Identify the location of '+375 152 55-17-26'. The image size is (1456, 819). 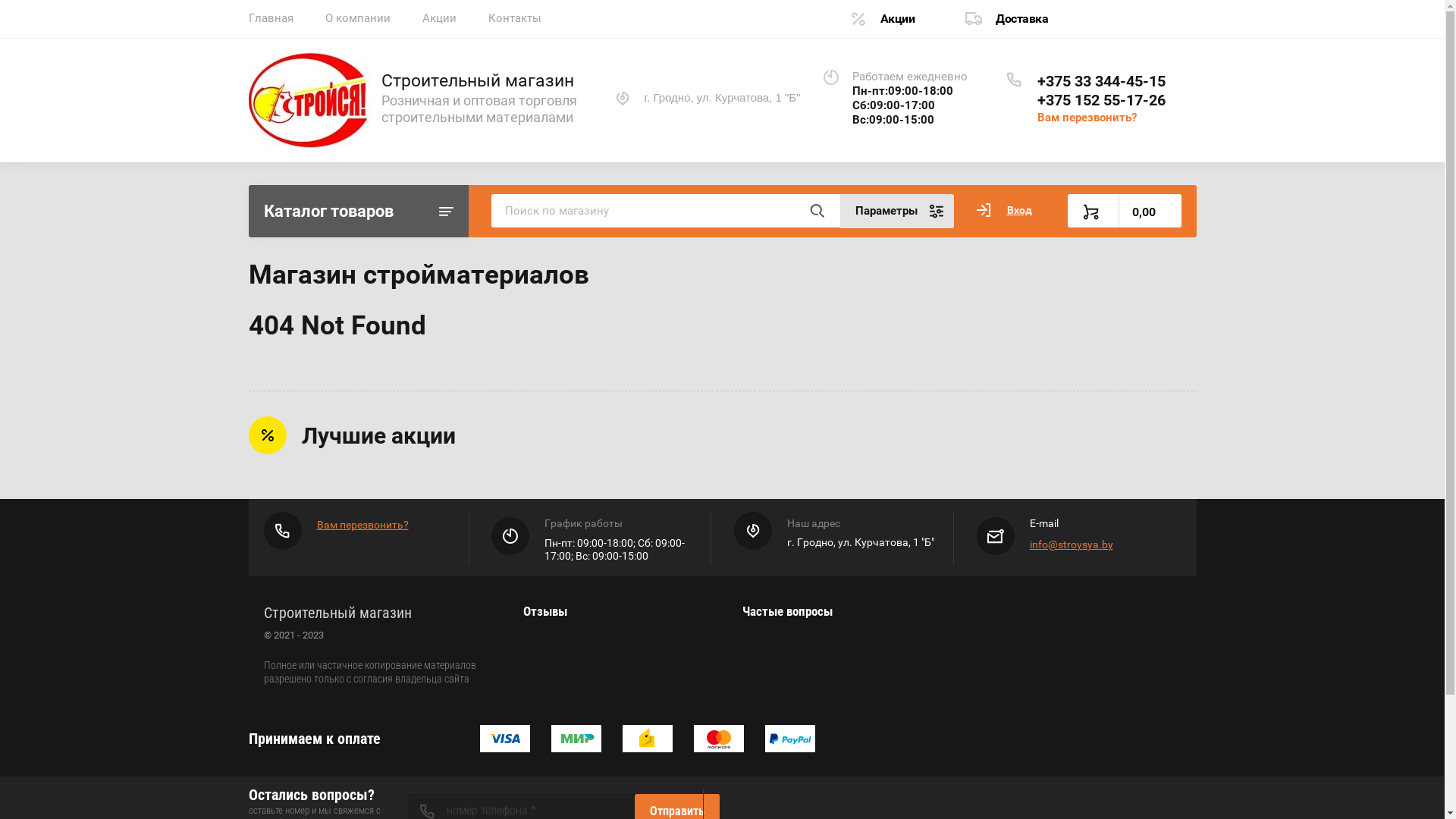
(1101, 99).